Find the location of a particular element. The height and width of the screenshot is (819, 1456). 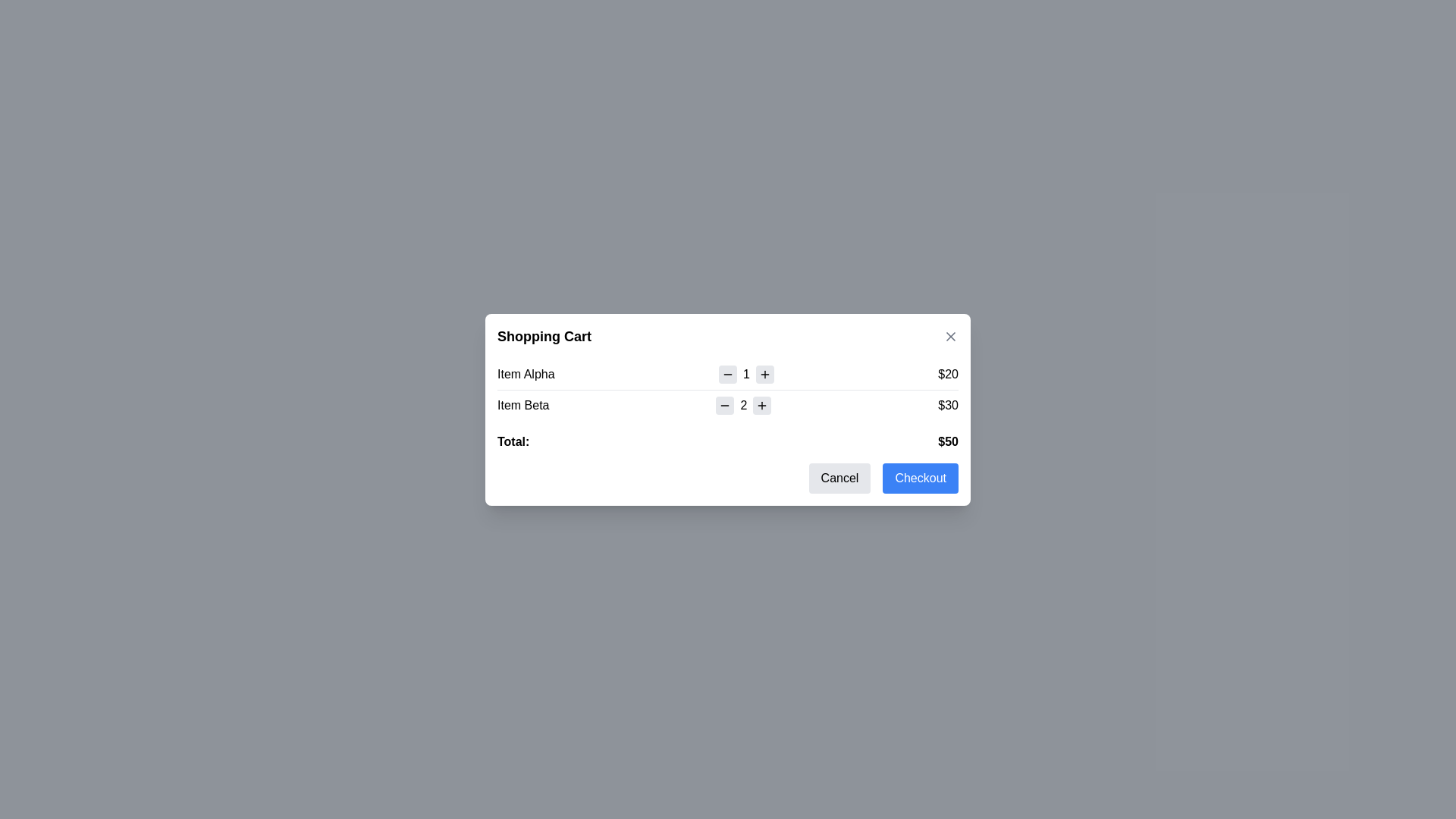

the numeral '1' displayed in bold typeface, which represents the current quantity of 'Item Alpha' between the decrement (-) and increment (+) buttons in the shopping cart interface is located at coordinates (746, 374).